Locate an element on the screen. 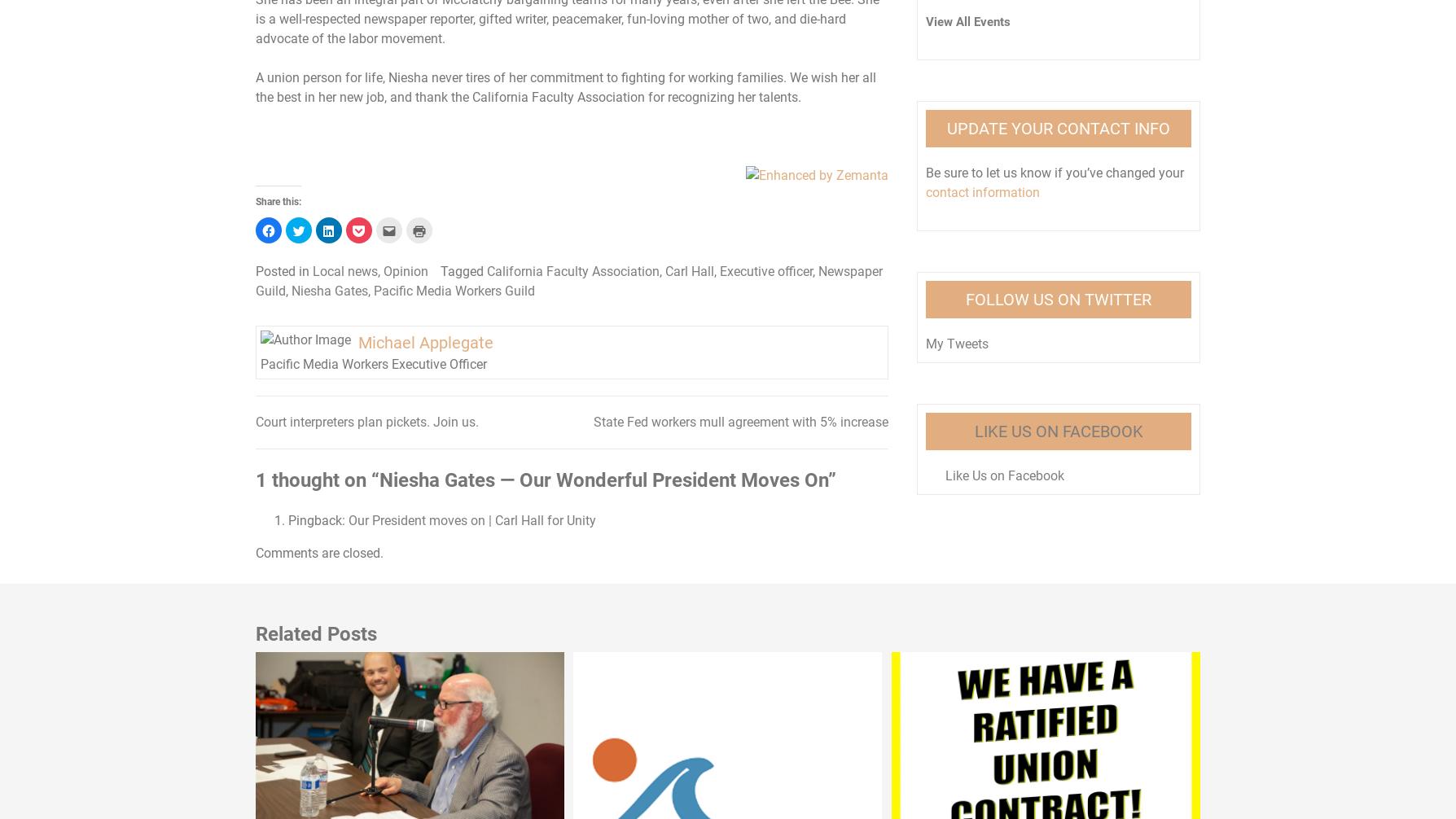  'Follow Us on Twitter' is located at coordinates (1058, 297).